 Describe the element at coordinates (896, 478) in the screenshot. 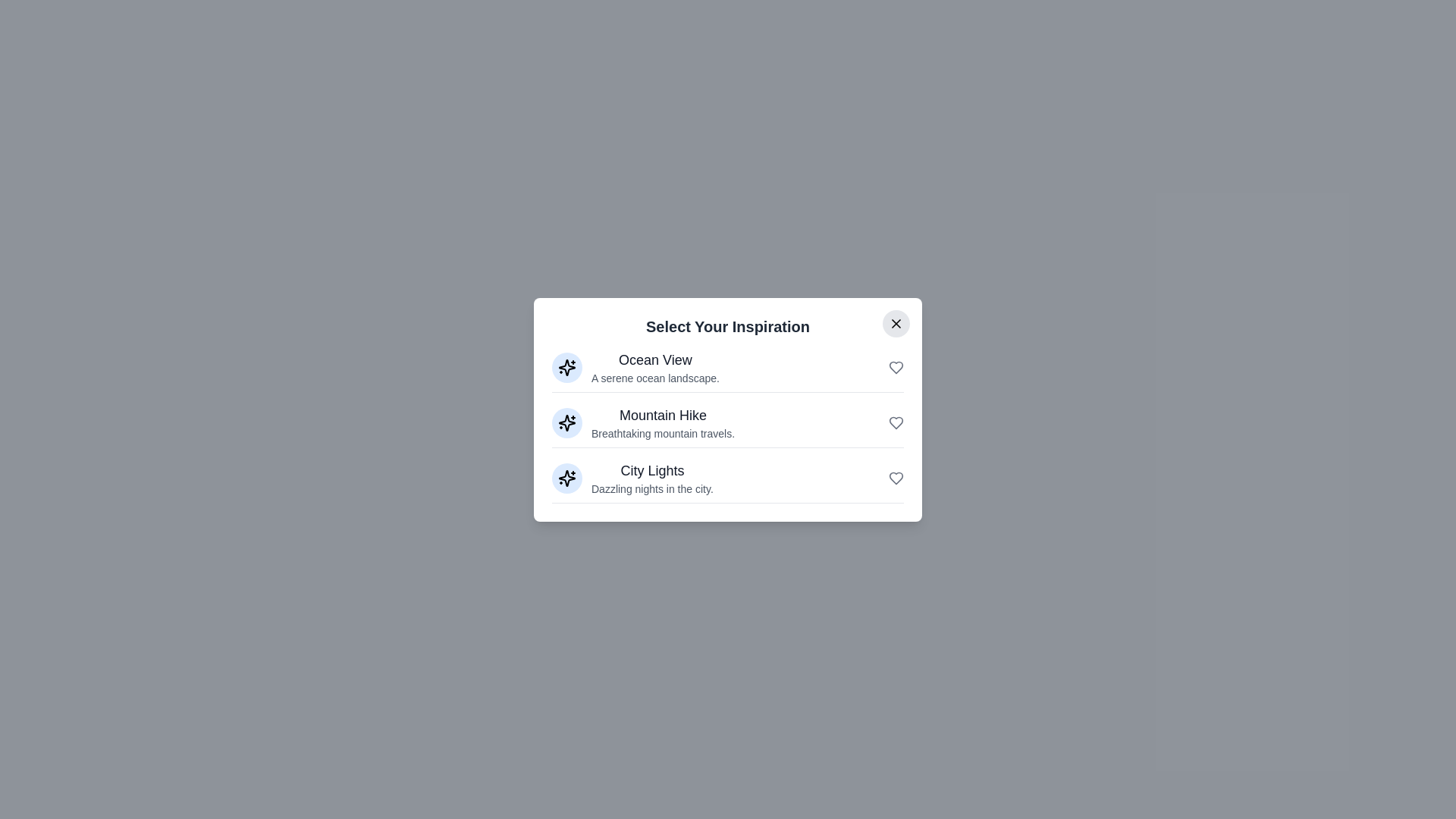

I see `the heart icon next to City Lights to toggle its favorite status` at that location.